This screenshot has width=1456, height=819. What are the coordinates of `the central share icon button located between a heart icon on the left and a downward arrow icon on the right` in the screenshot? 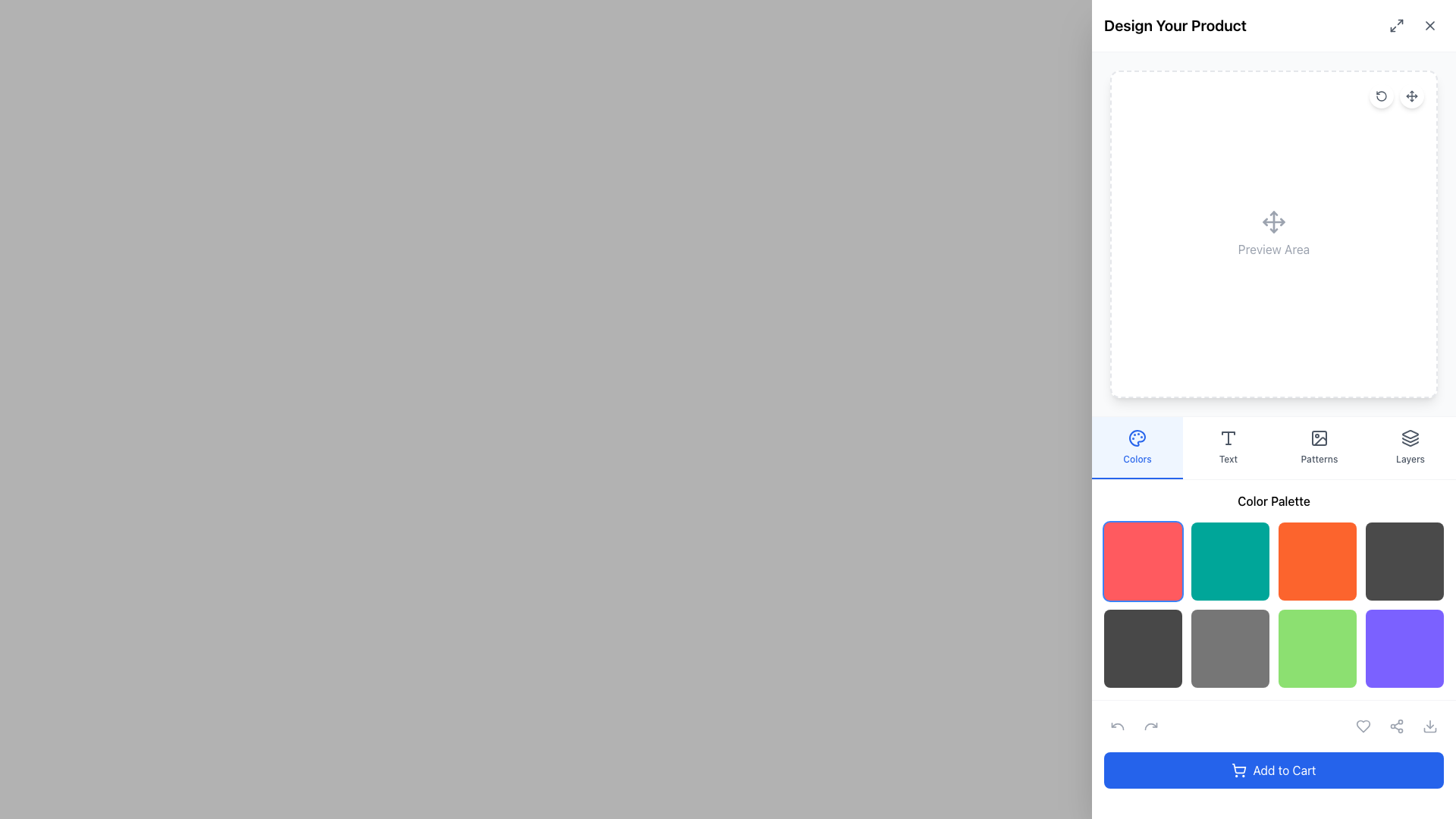 It's located at (1396, 725).